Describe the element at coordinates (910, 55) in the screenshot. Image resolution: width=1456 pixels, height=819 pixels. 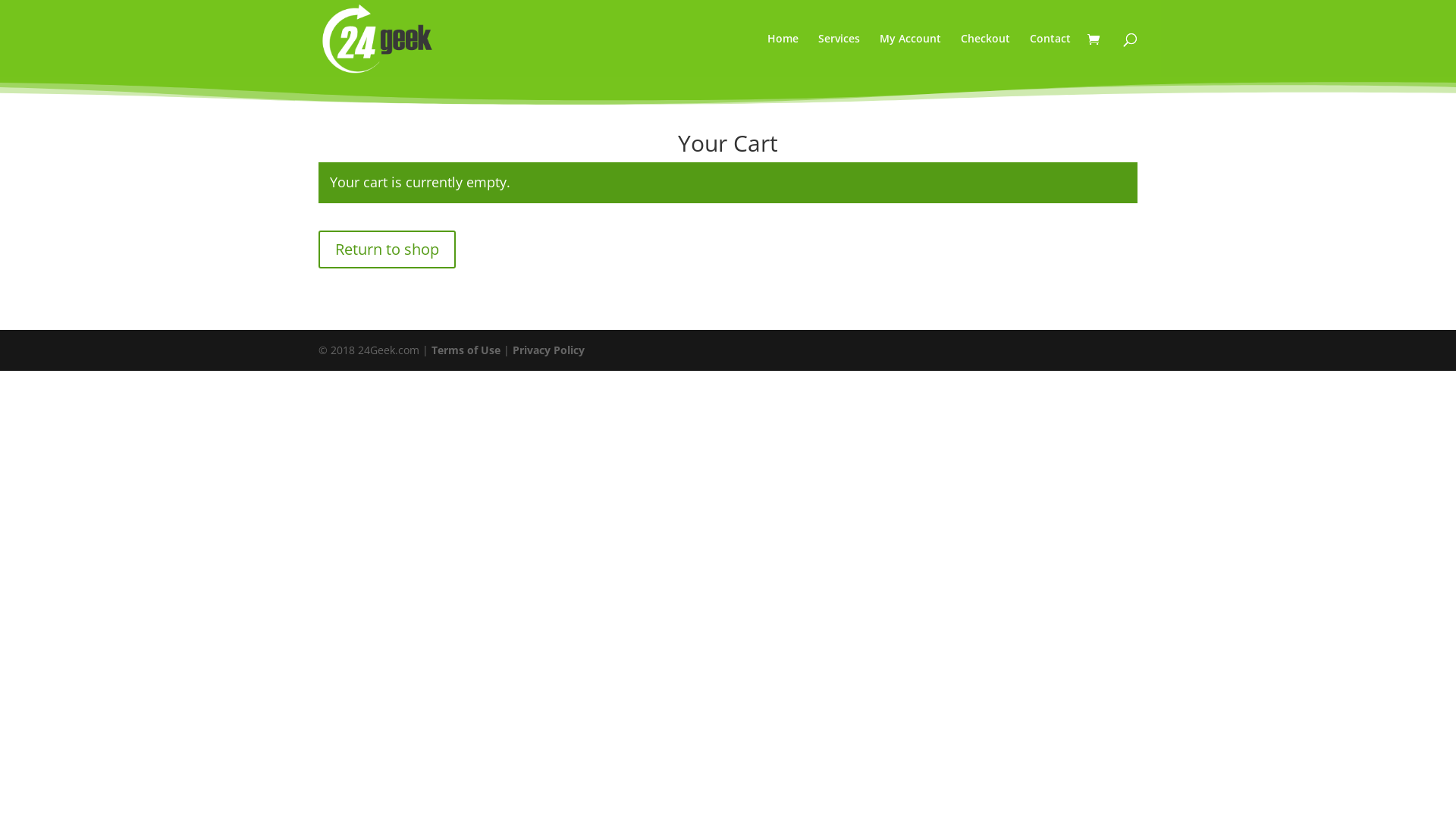
I see `'My Account'` at that location.